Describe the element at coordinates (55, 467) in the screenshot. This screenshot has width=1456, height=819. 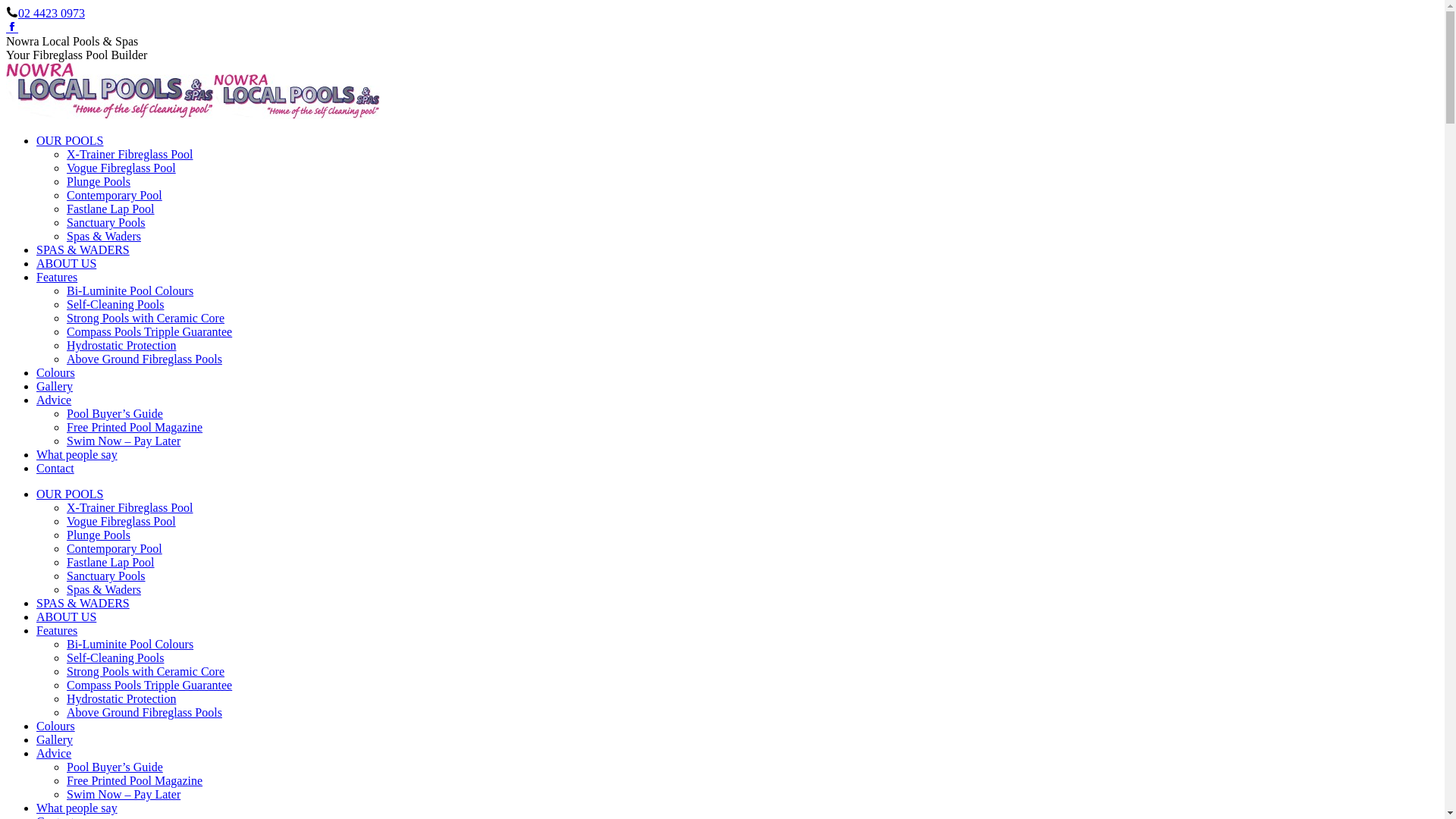
I see `'Contact'` at that location.